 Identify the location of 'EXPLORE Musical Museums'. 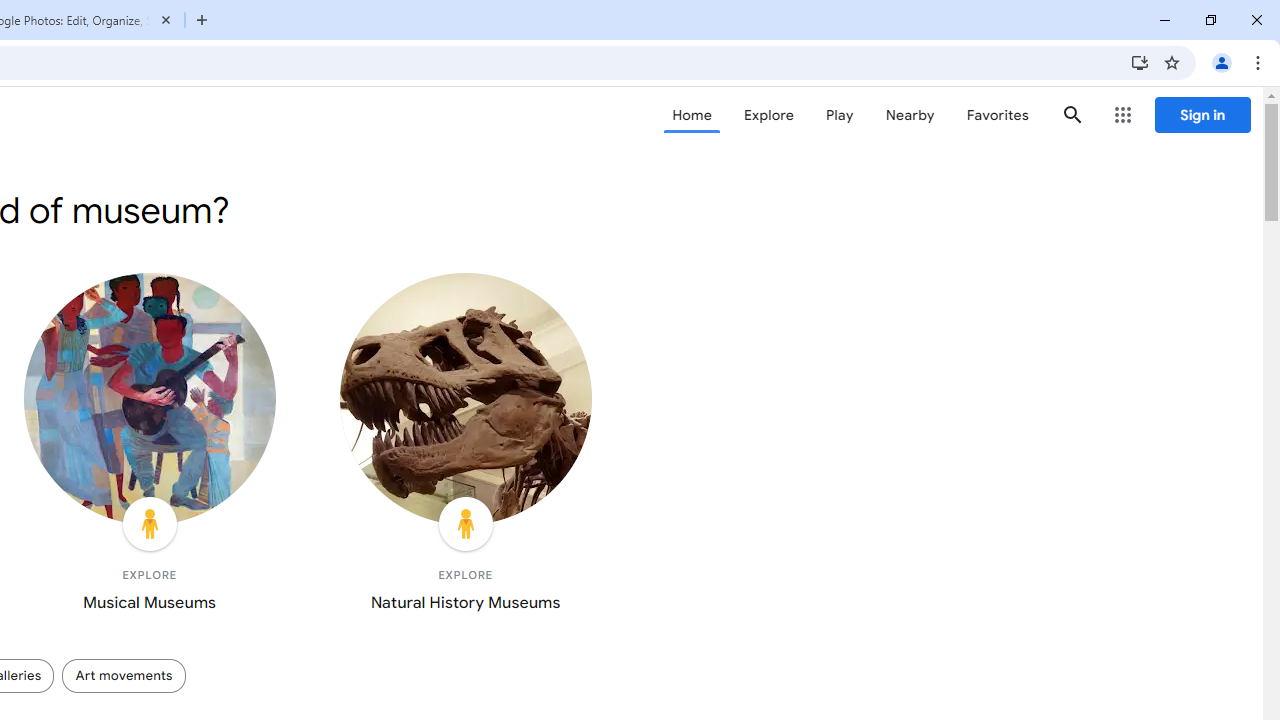
(148, 446).